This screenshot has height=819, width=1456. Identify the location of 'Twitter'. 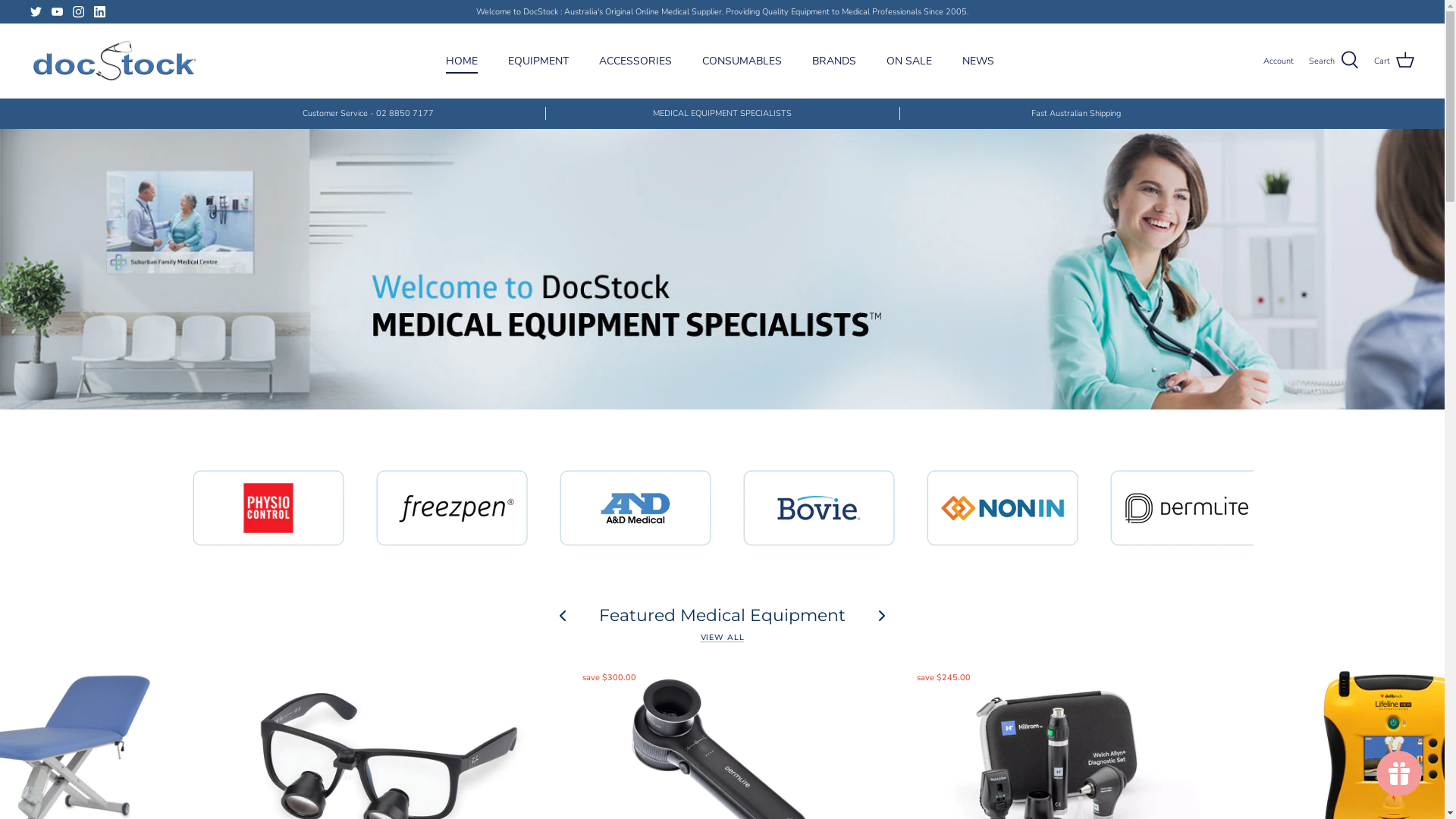
(36, 11).